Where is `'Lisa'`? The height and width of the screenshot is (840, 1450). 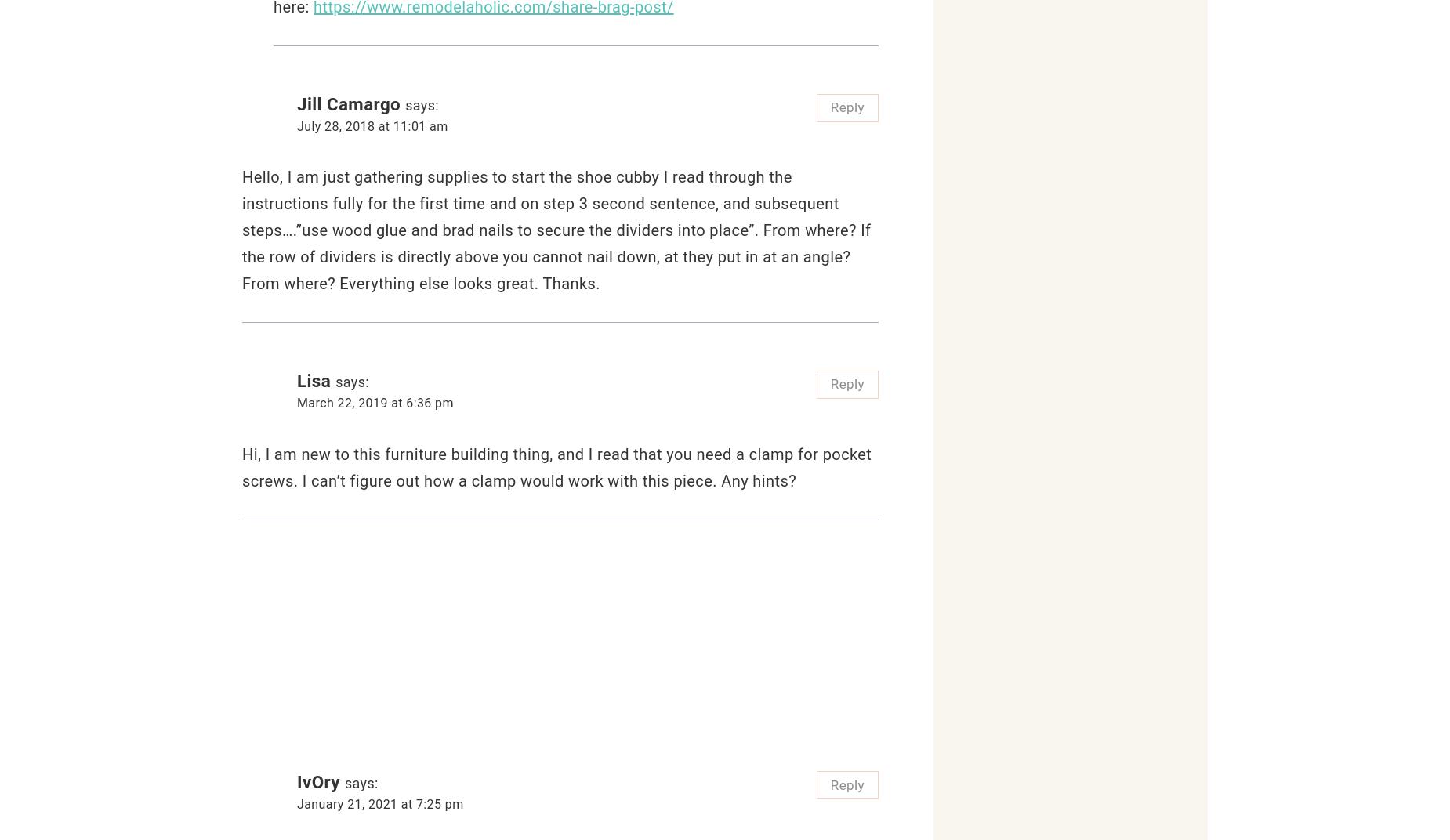
'Lisa' is located at coordinates (313, 381).